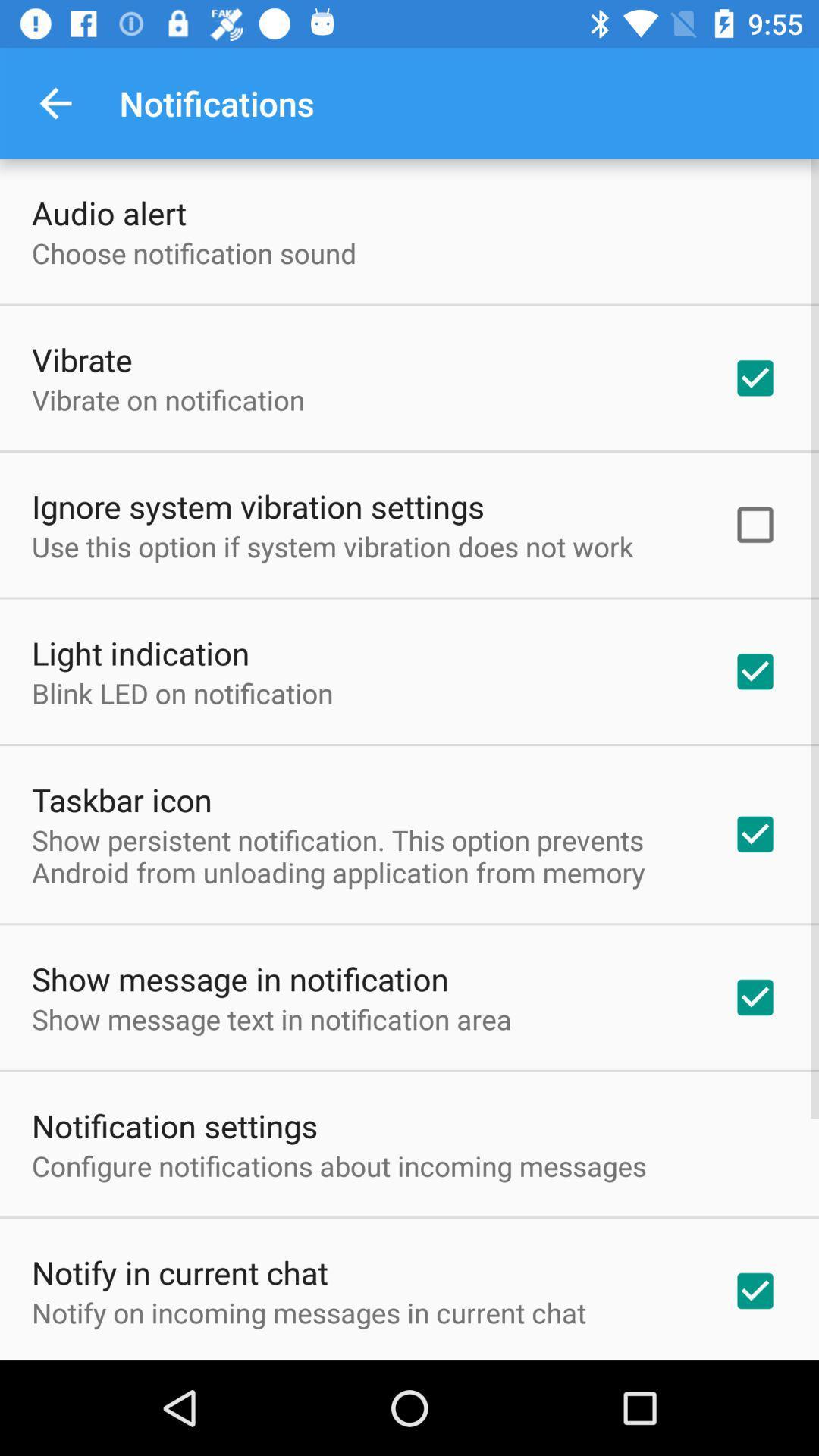 The width and height of the screenshot is (819, 1456). What do you see at coordinates (55, 102) in the screenshot?
I see `item next to the notifications` at bounding box center [55, 102].